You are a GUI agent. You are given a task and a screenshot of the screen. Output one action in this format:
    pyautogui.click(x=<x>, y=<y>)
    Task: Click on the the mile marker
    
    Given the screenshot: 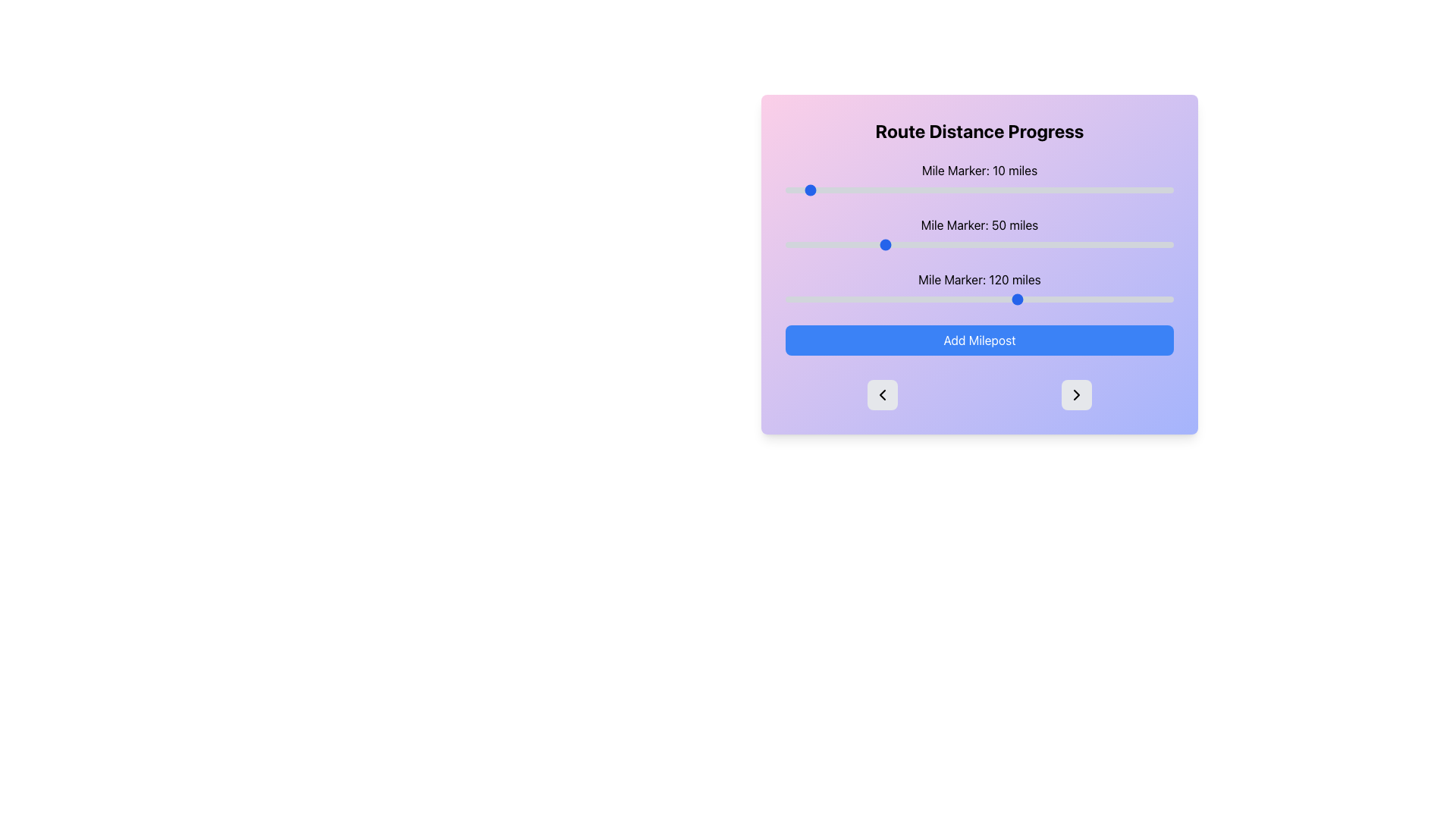 What is the action you would take?
    pyautogui.click(x=1087, y=244)
    